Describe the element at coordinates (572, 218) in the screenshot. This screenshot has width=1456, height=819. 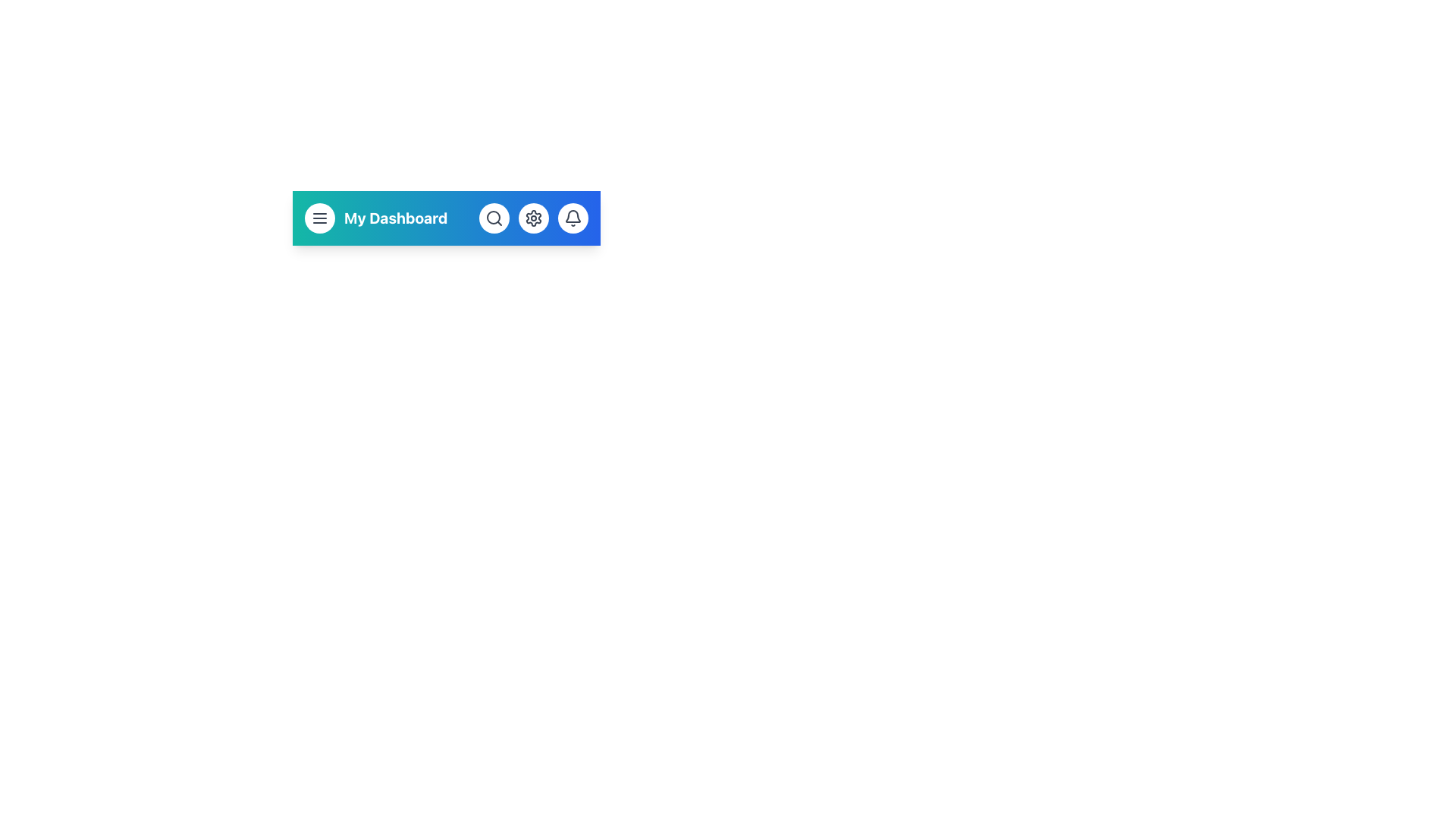
I see `the bell-shaped icon with rounded features that is styled in a simple minimalist outline, located in the upper-right section of the interface bar` at that location.